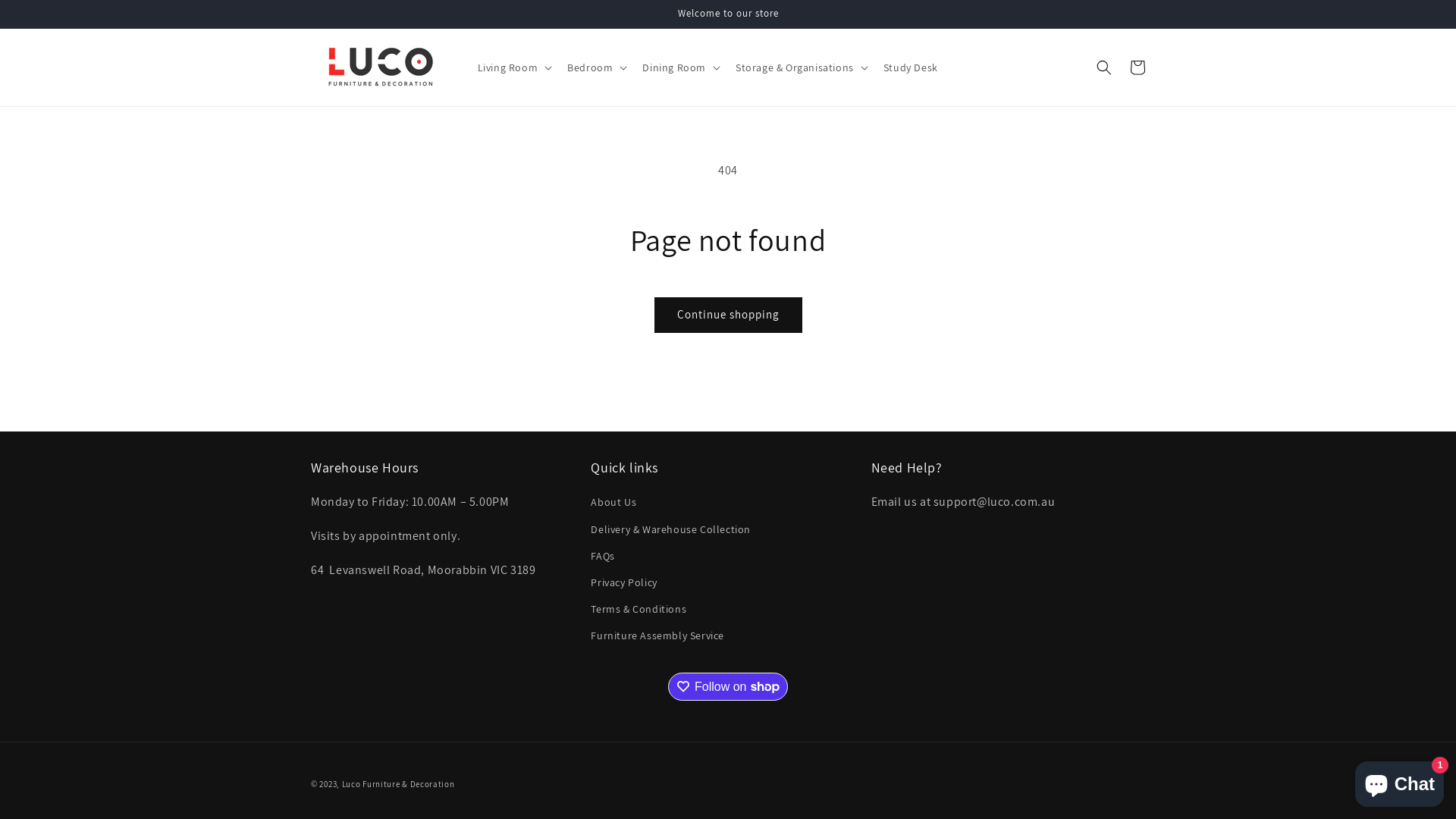  I want to click on 'Privacy Policy', so click(623, 582).